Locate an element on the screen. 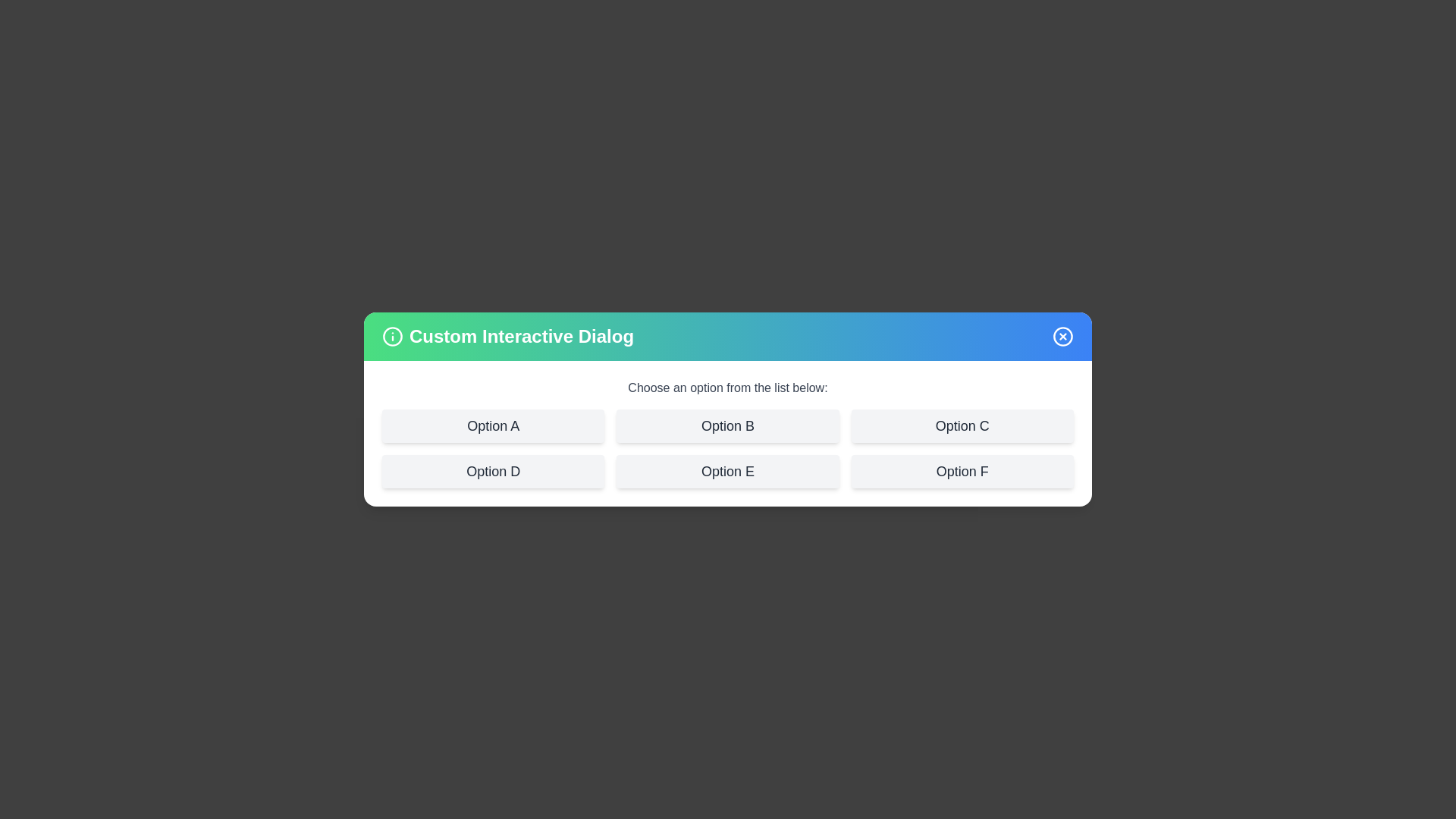 The image size is (1456, 819). the option Option B from the list is located at coordinates (728, 426).